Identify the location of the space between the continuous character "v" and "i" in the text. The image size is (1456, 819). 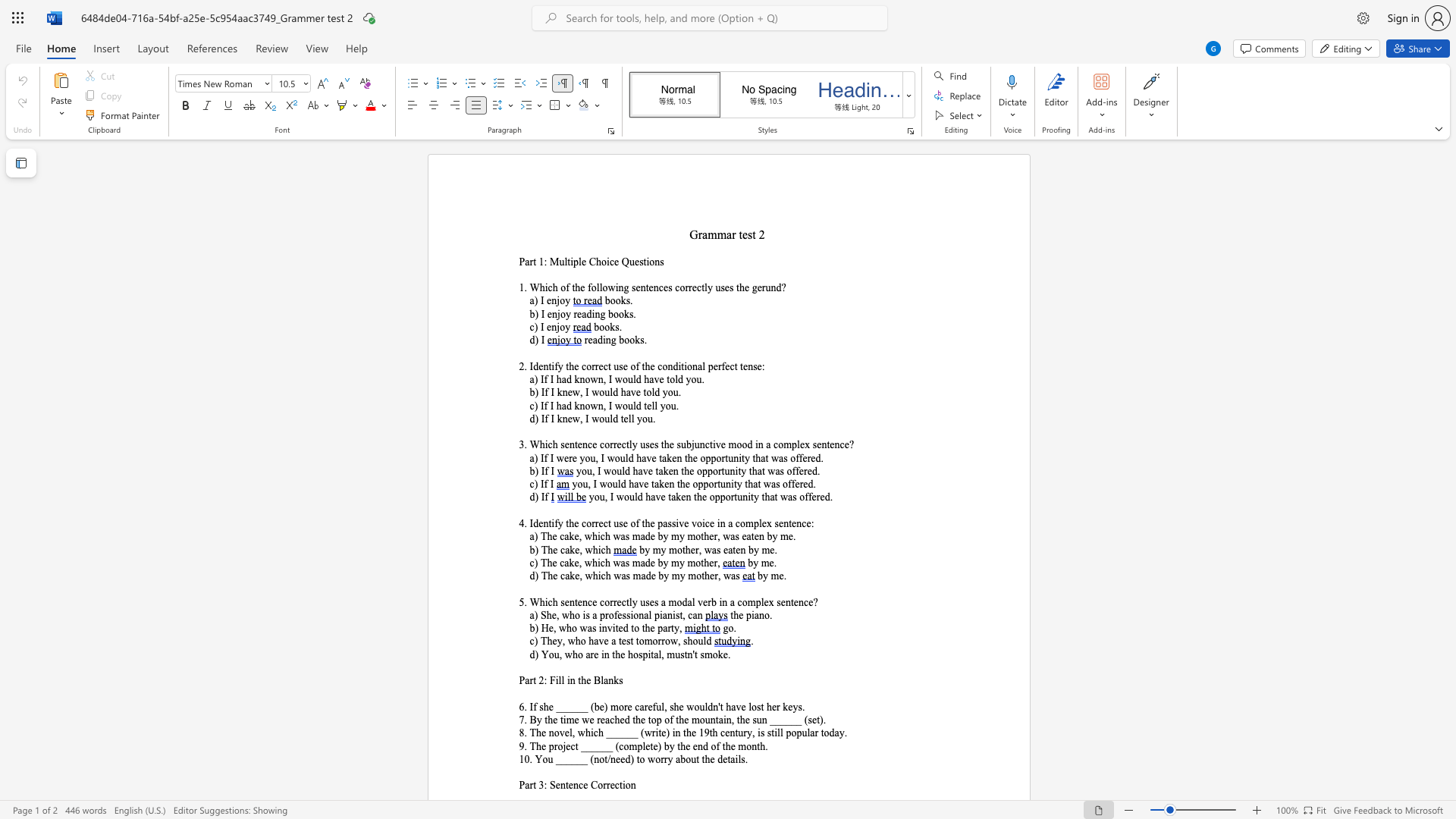
(611, 628).